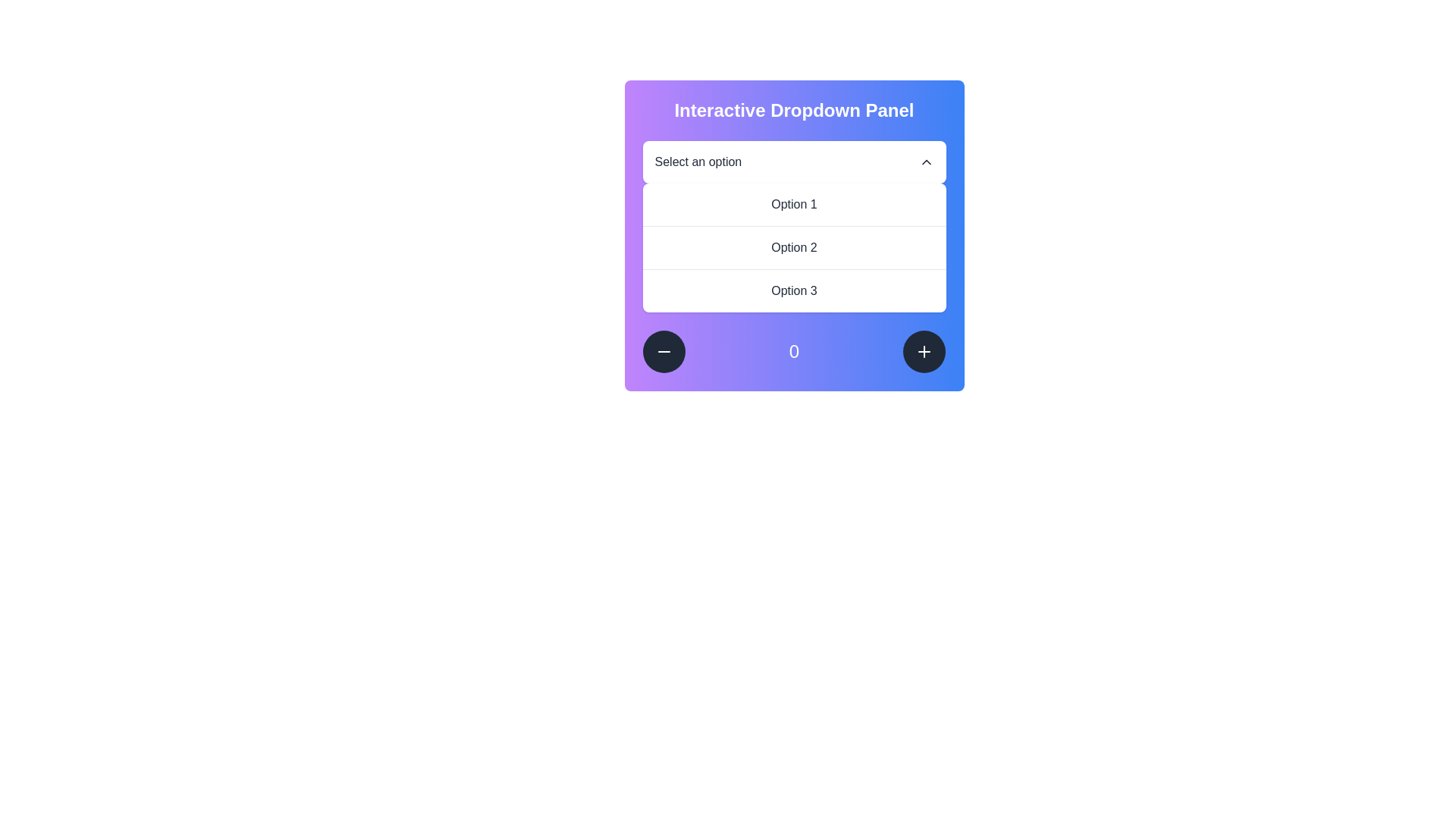 The width and height of the screenshot is (1456, 819). What do you see at coordinates (924, 351) in the screenshot?
I see `the increment button located at the bottom-right corner of the panel` at bounding box center [924, 351].